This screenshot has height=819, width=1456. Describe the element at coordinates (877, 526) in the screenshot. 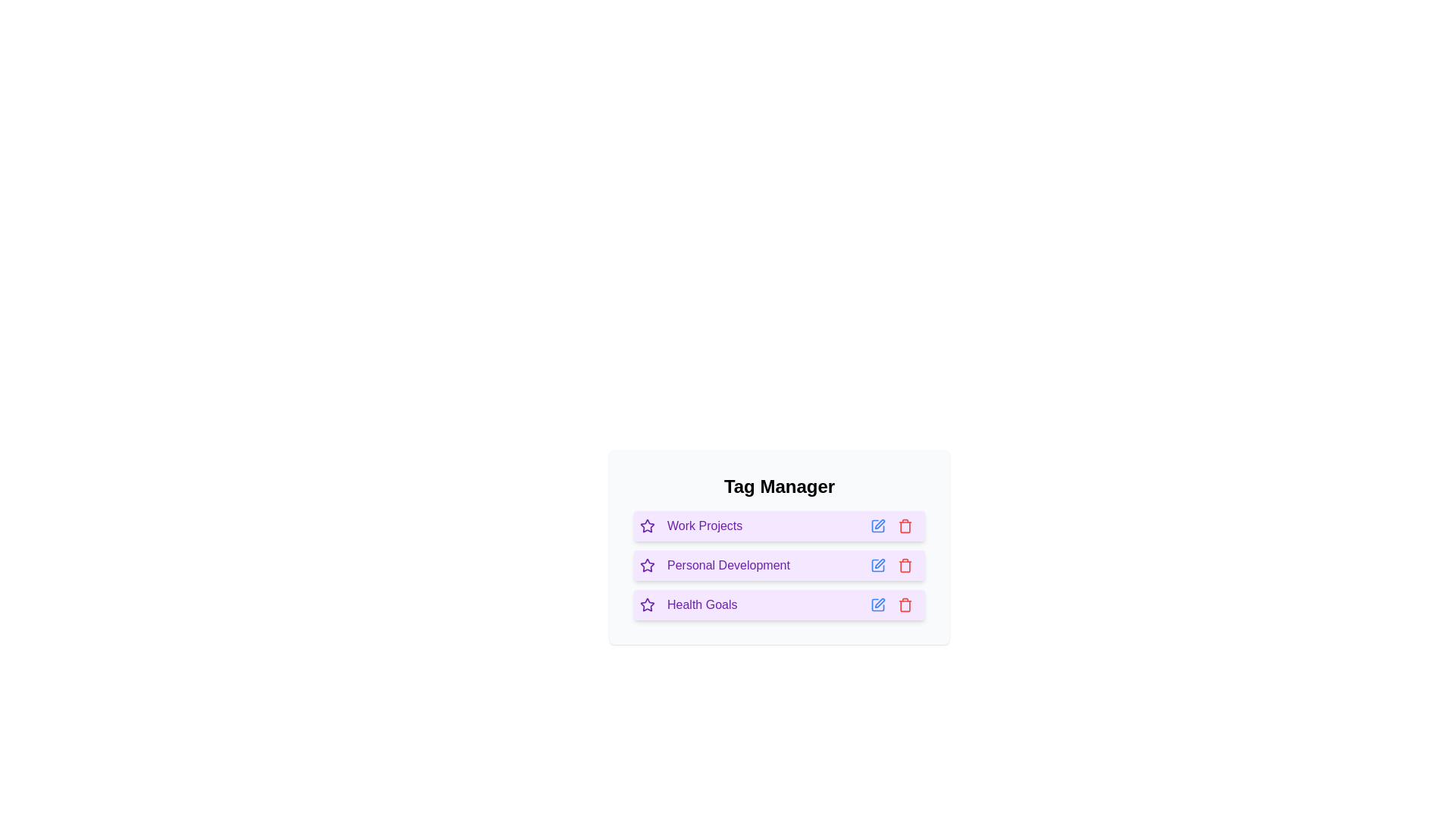

I see `edit button for the tag named Work Projects` at that location.